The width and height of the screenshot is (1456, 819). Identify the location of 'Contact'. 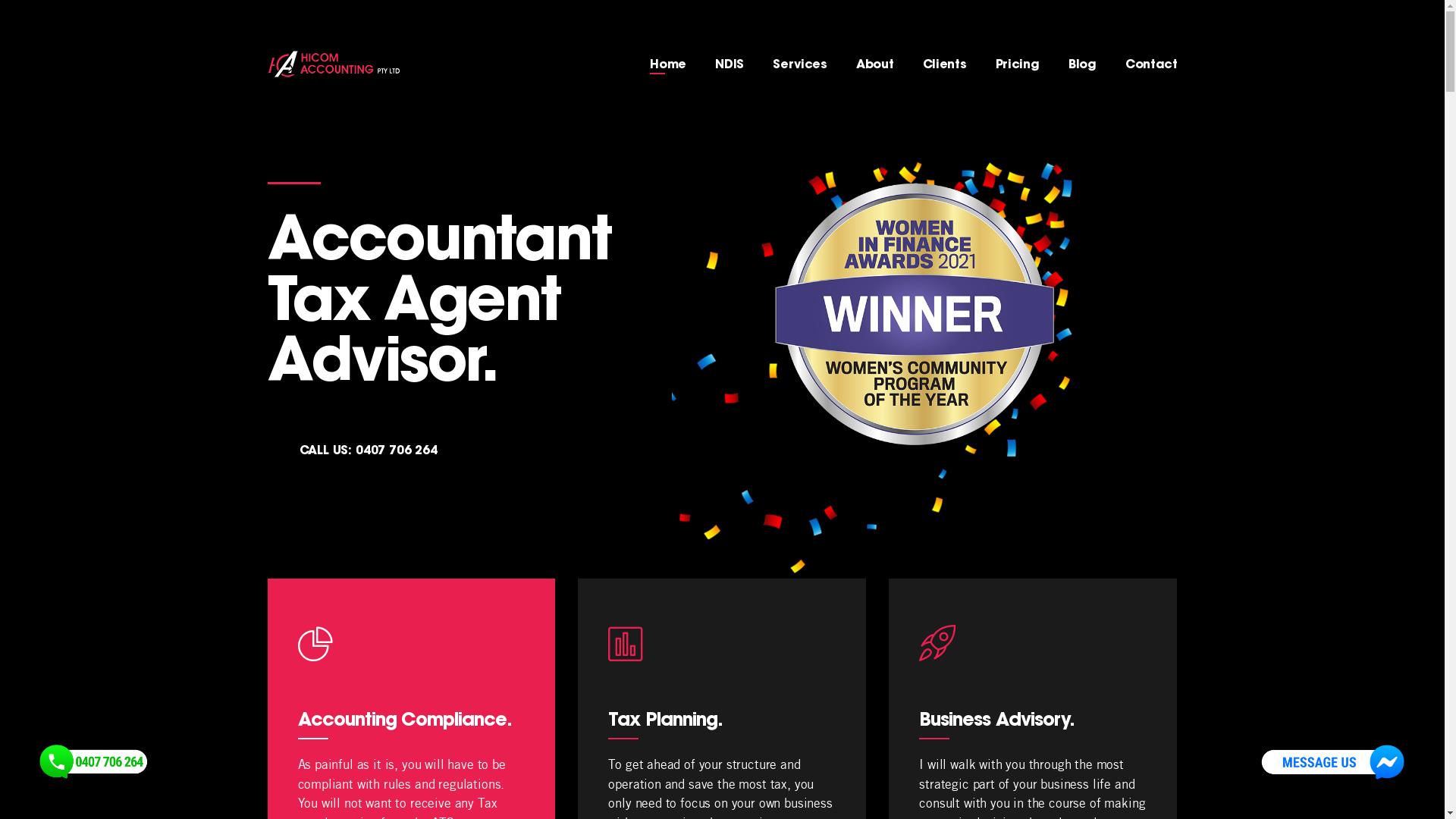
(1151, 64).